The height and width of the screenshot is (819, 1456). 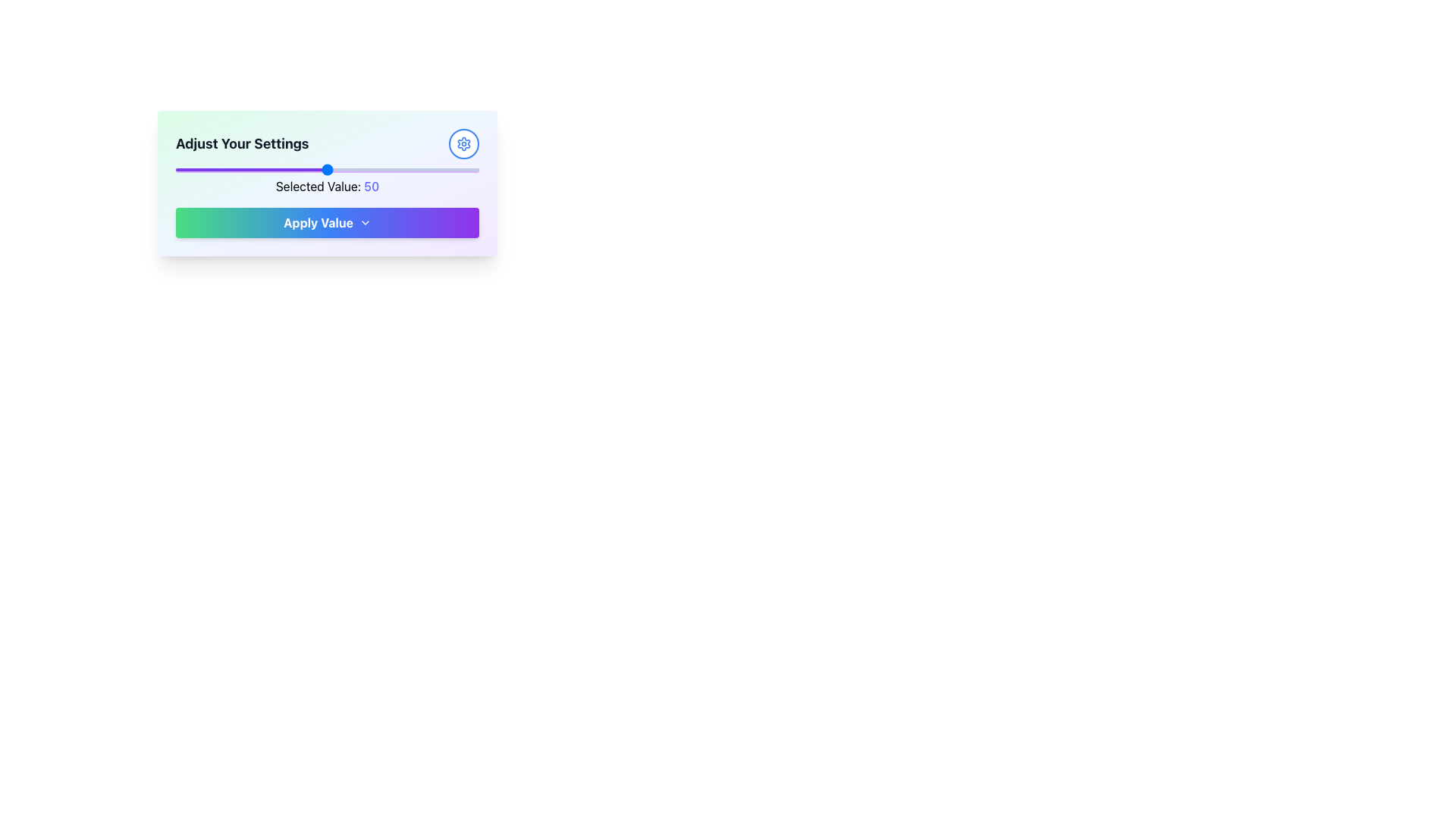 I want to click on the 'Apply Value' button with a gradient background and white text, so click(x=327, y=222).